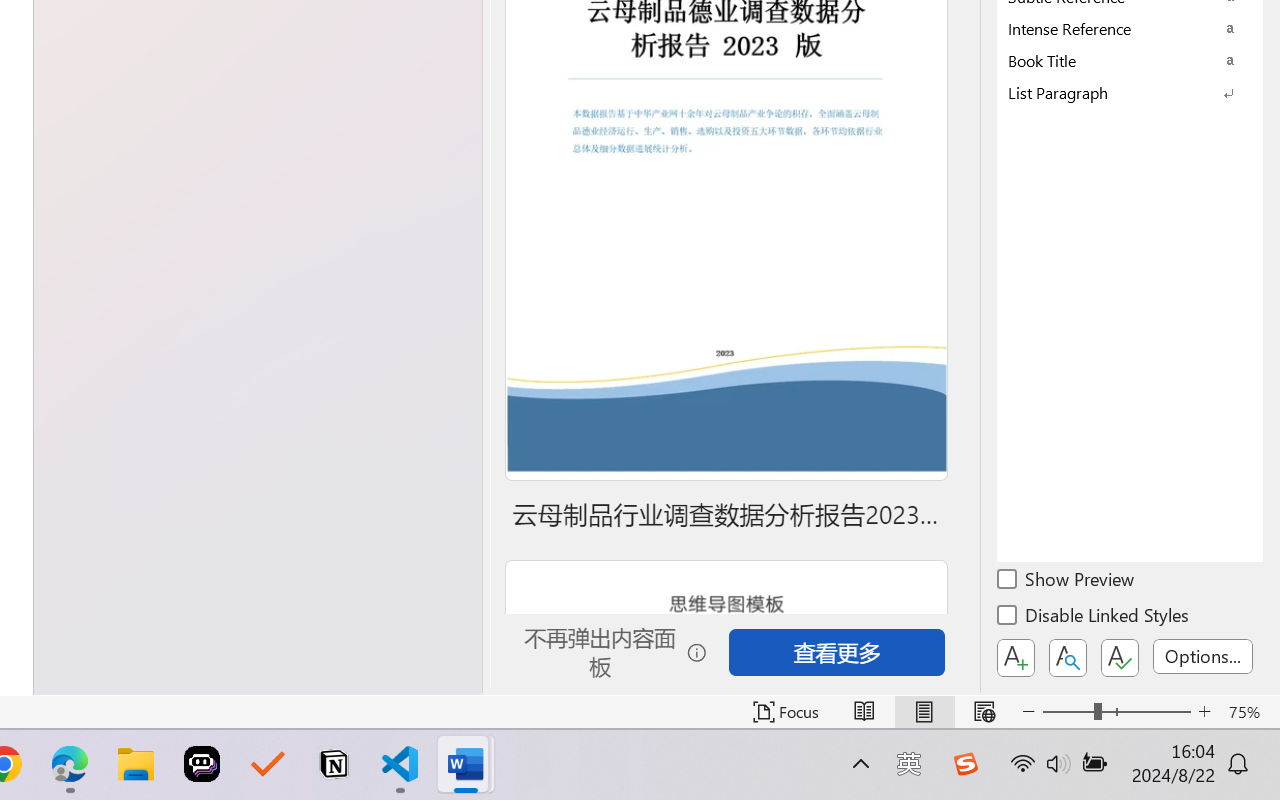 The height and width of the screenshot is (800, 1280). What do you see at coordinates (1067, 711) in the screenshot?
I see `'Zoom Out'` at bounding box center [1067, 711].